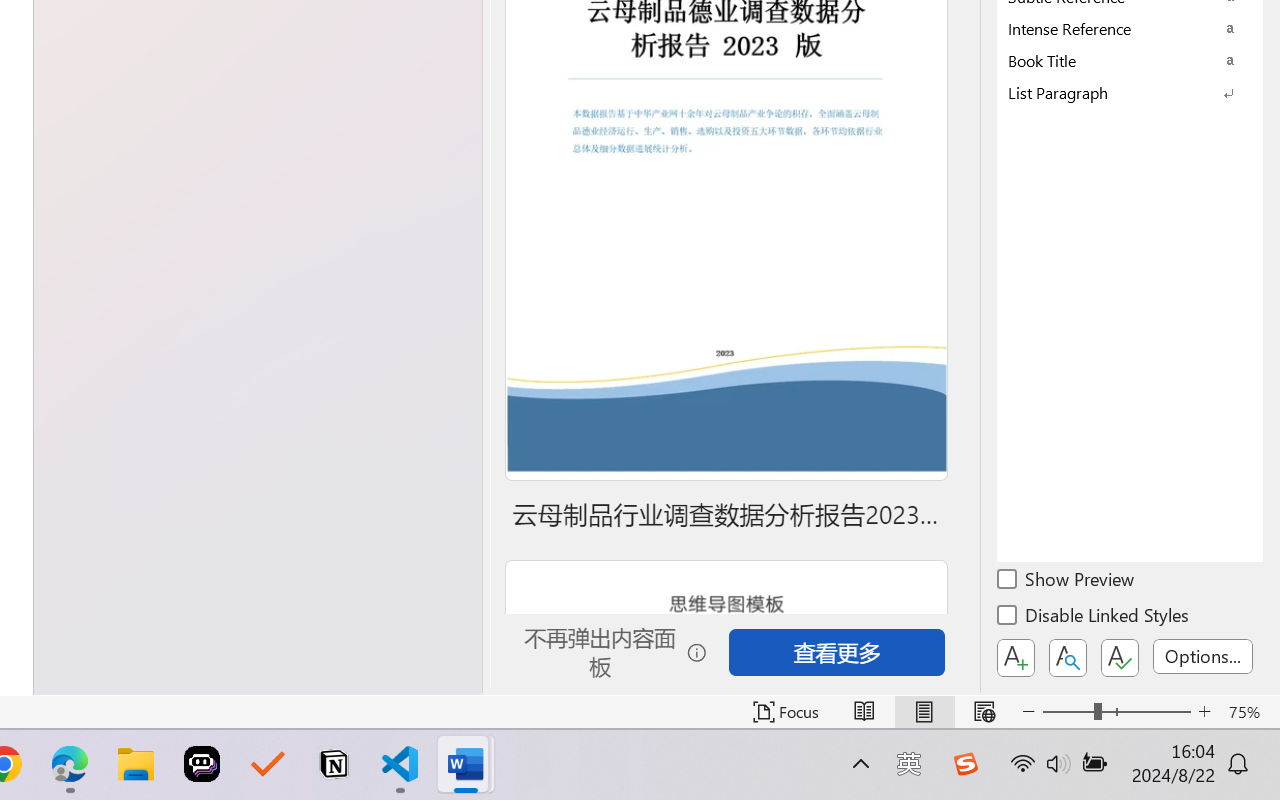 The height and width of the screenshot is (800, 1280). What do you see at coordinates (1067, 711) in the screenshot?
I see `'Zoom Out'` at bounding box center [1067, 711].